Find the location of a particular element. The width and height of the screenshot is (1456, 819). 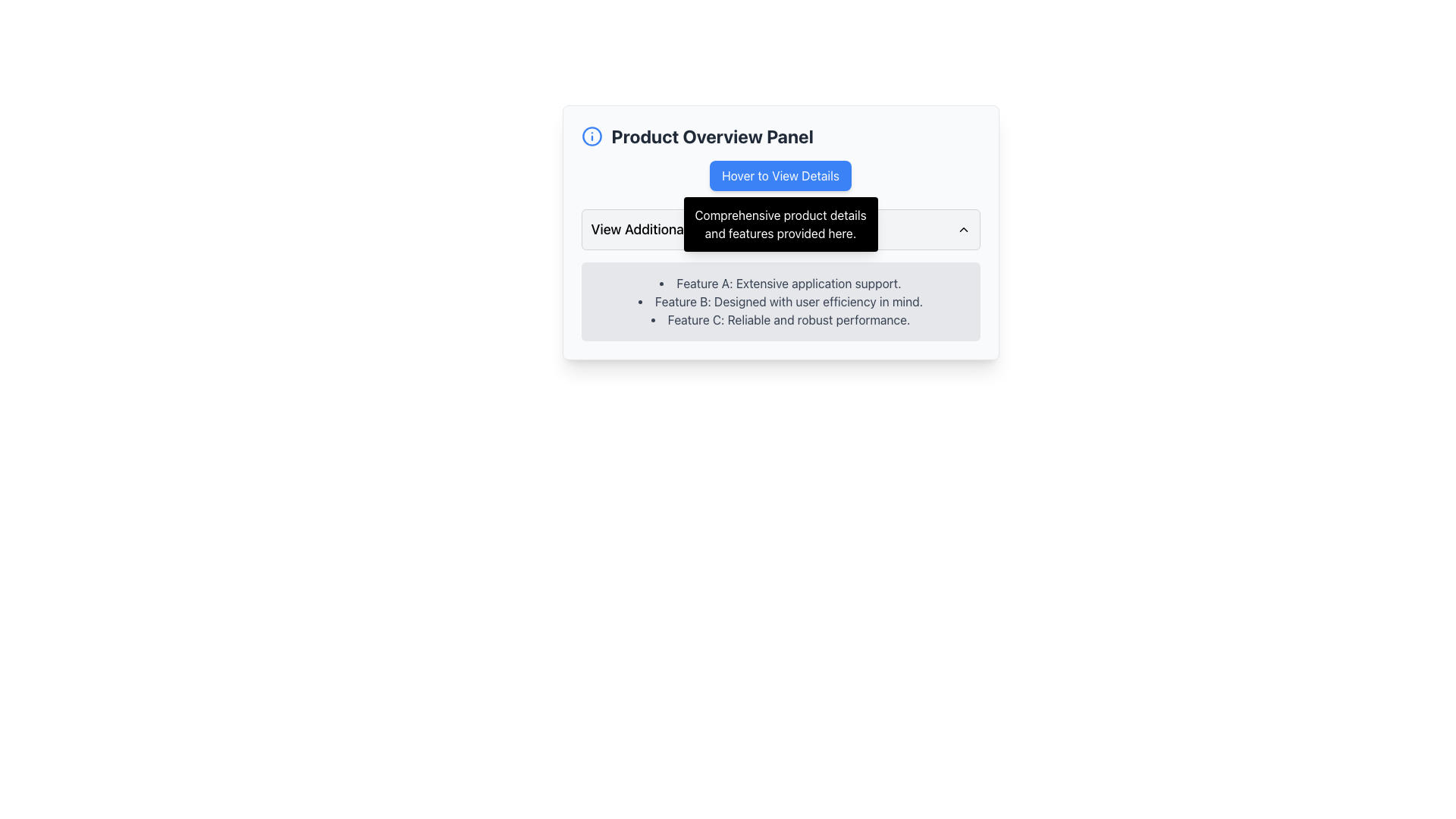

the chevron icon located on the far-right side of the 'View Additional Features' button is located at coordinates (962, 230).